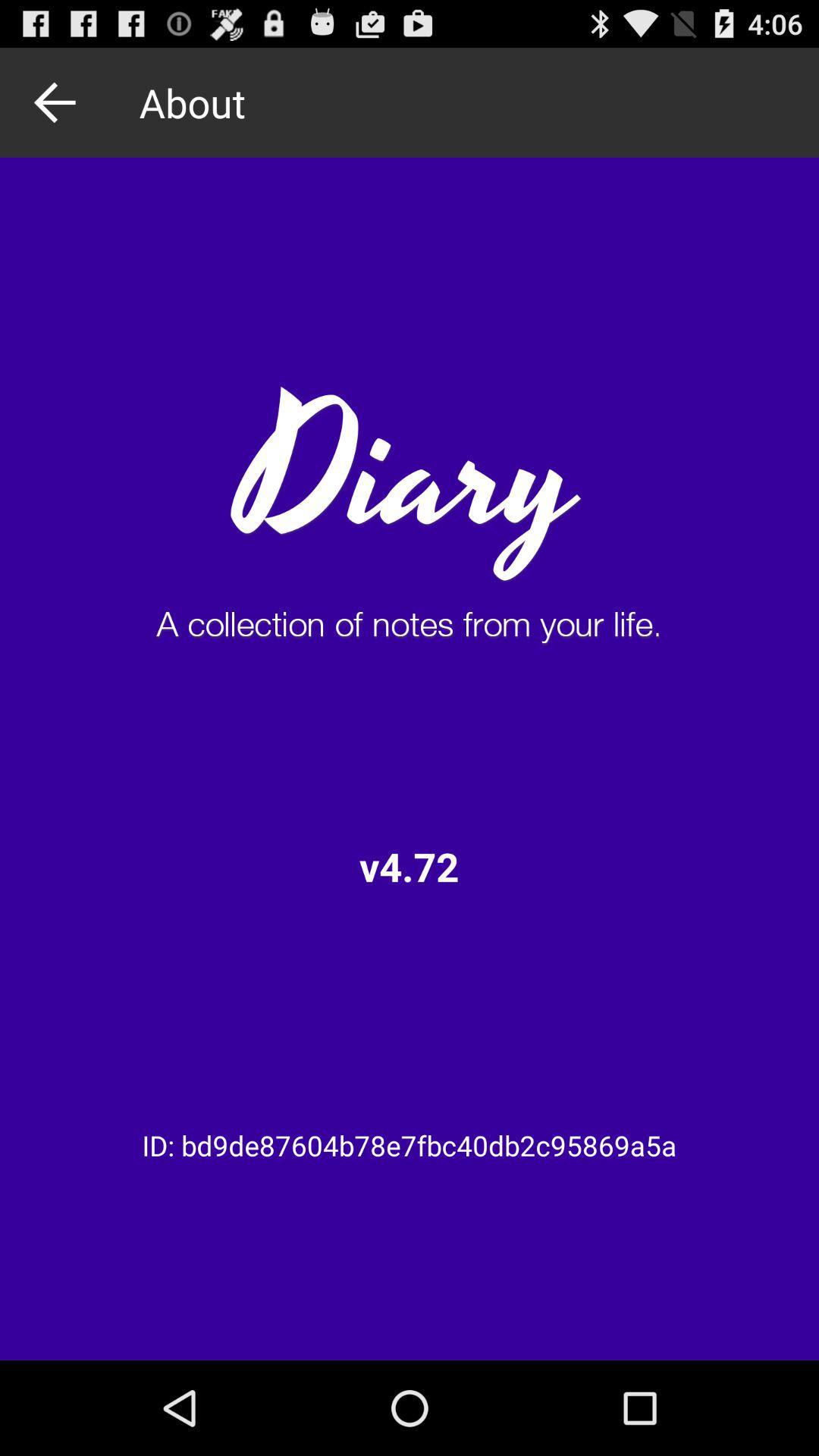 The width and height of the screenshot is (819, 1456). I want to click on the arrow_backward icon, so click(58, 108).